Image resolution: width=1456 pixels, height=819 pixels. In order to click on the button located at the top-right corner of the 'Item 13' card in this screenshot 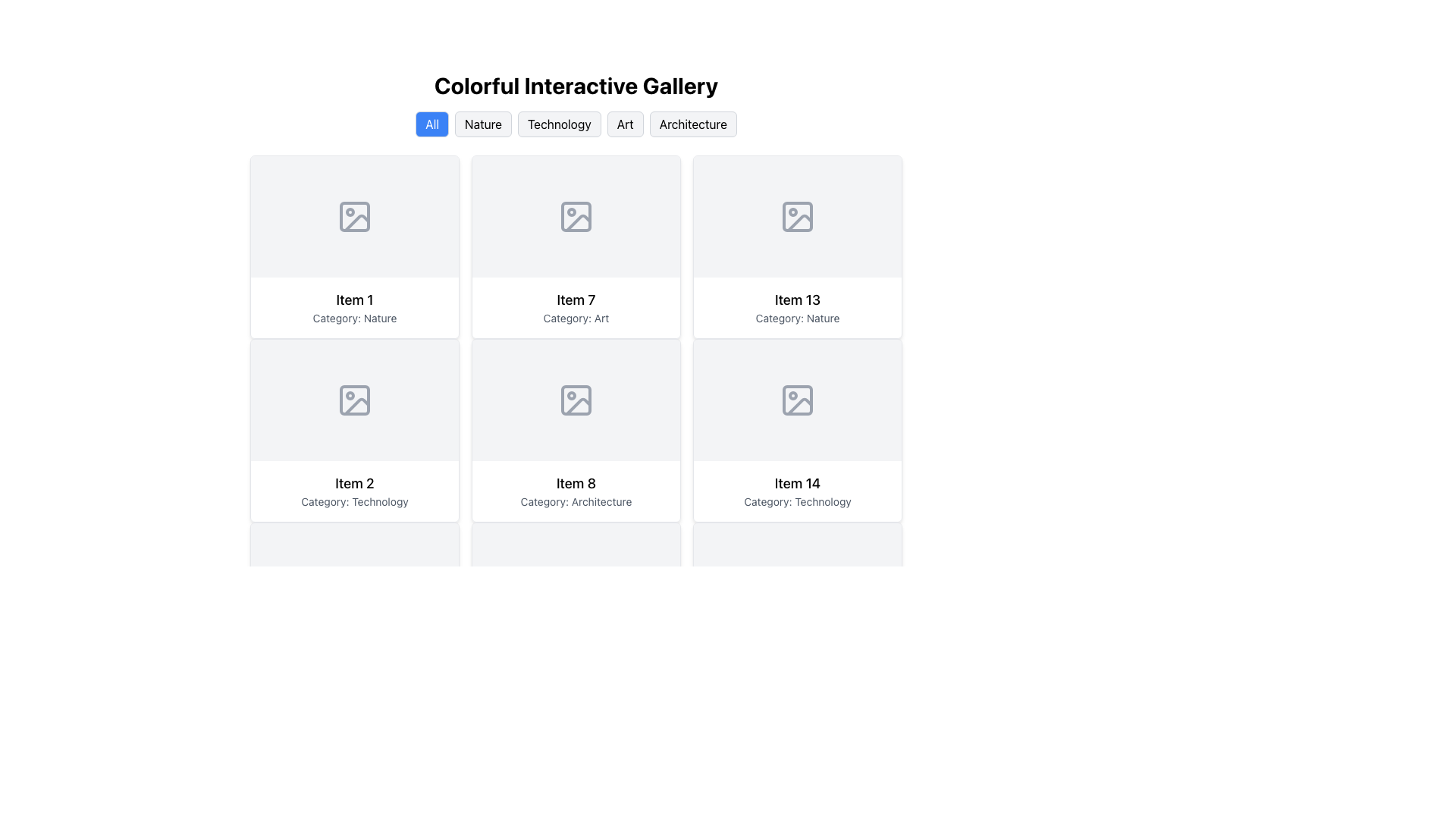, I will do `click(779, 246)`.